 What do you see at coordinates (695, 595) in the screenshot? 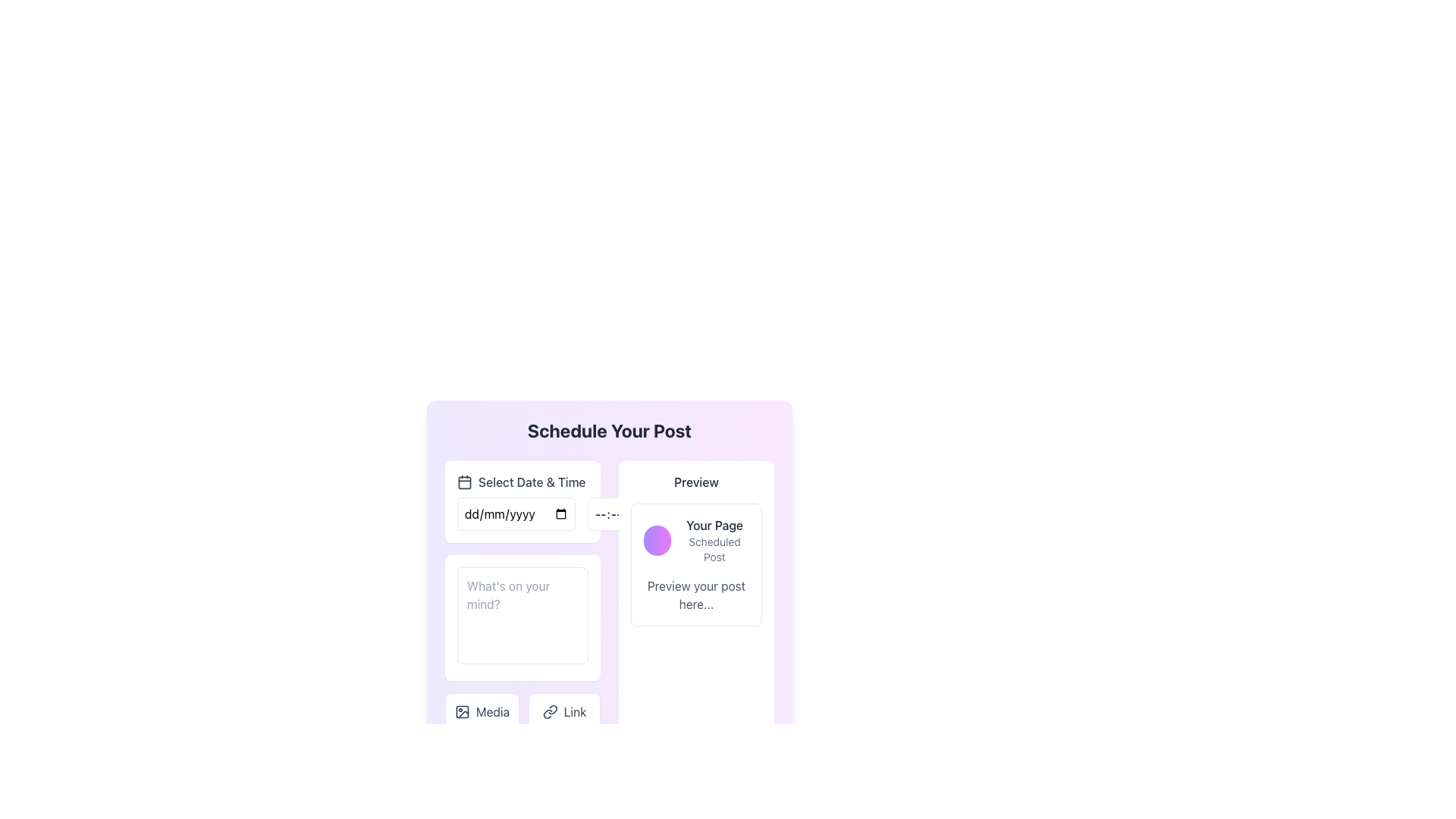
I see `the text label that reads 'Preview your post here...' located in the right panel, centered under 'Your Page' and 'Scheduled Post'` at bounding box center [695, 595].